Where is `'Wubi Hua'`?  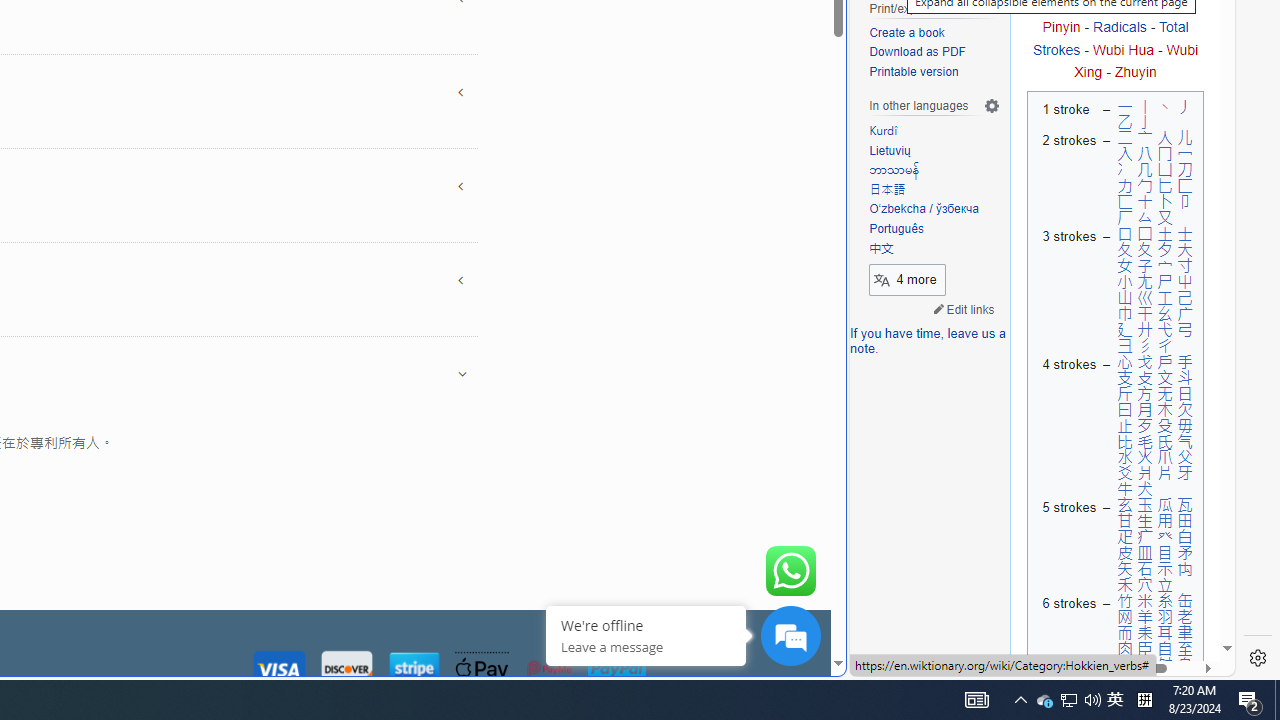 'Wubi Hua' is located at coordinates (1123, 48).